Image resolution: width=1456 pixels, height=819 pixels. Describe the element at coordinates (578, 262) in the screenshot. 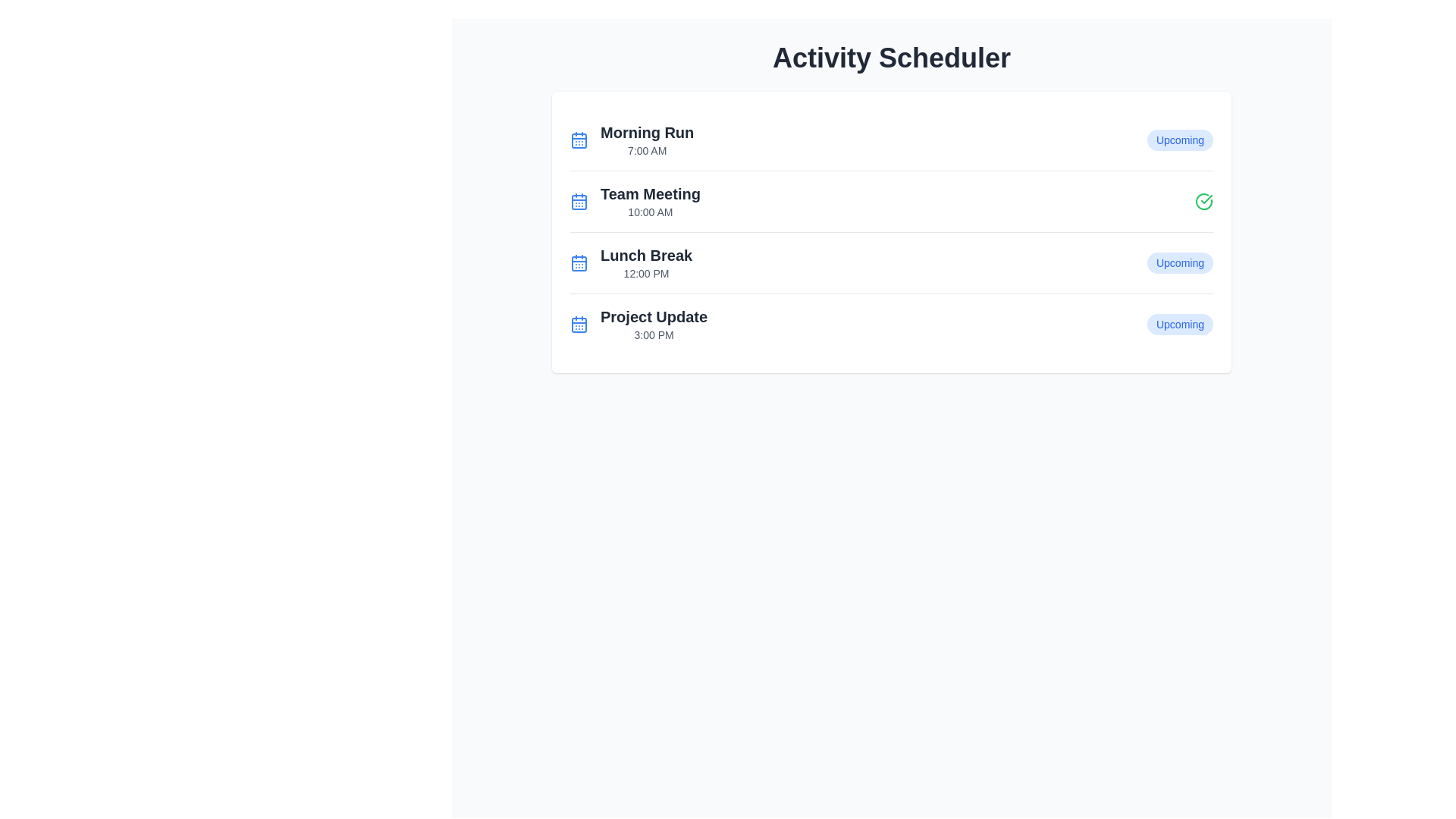

I see `the calendar-style icon with a blue outline located to the left of the 'Lunch Break' activity for visual context` at that location.